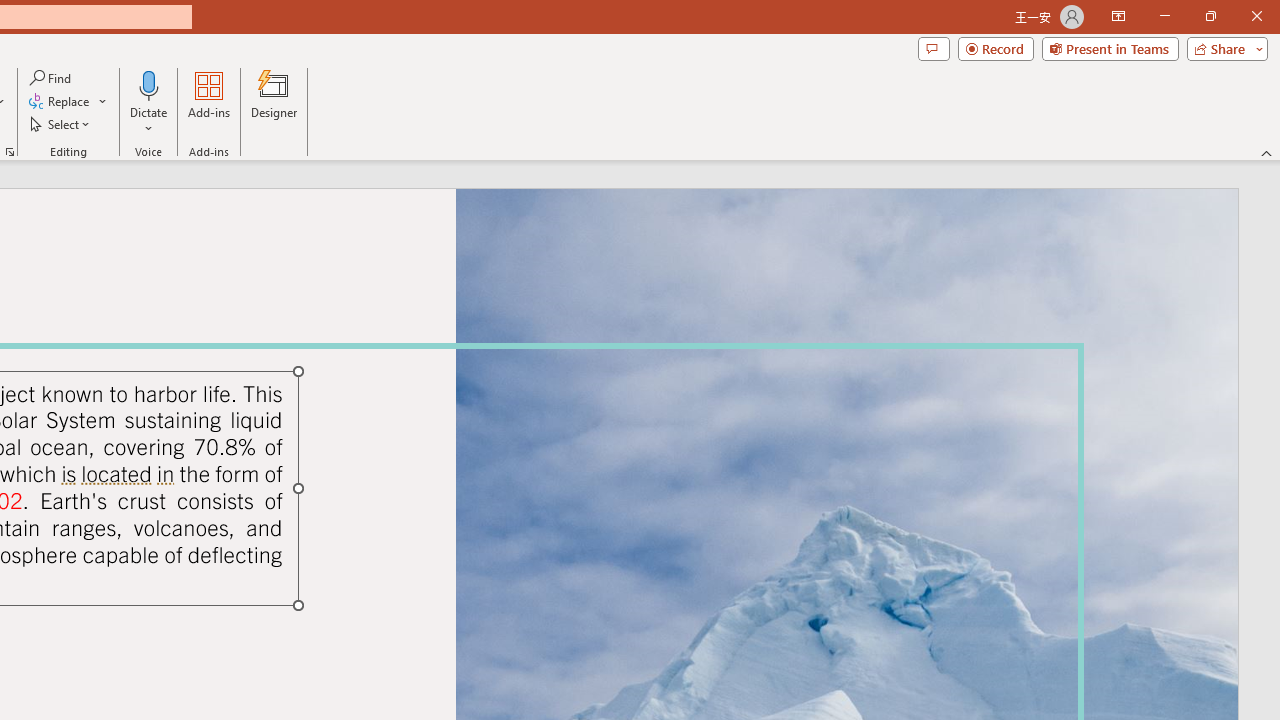 This screenshot has height=720, width=1280. I want to click on 'Dictate', so click(148, 103).